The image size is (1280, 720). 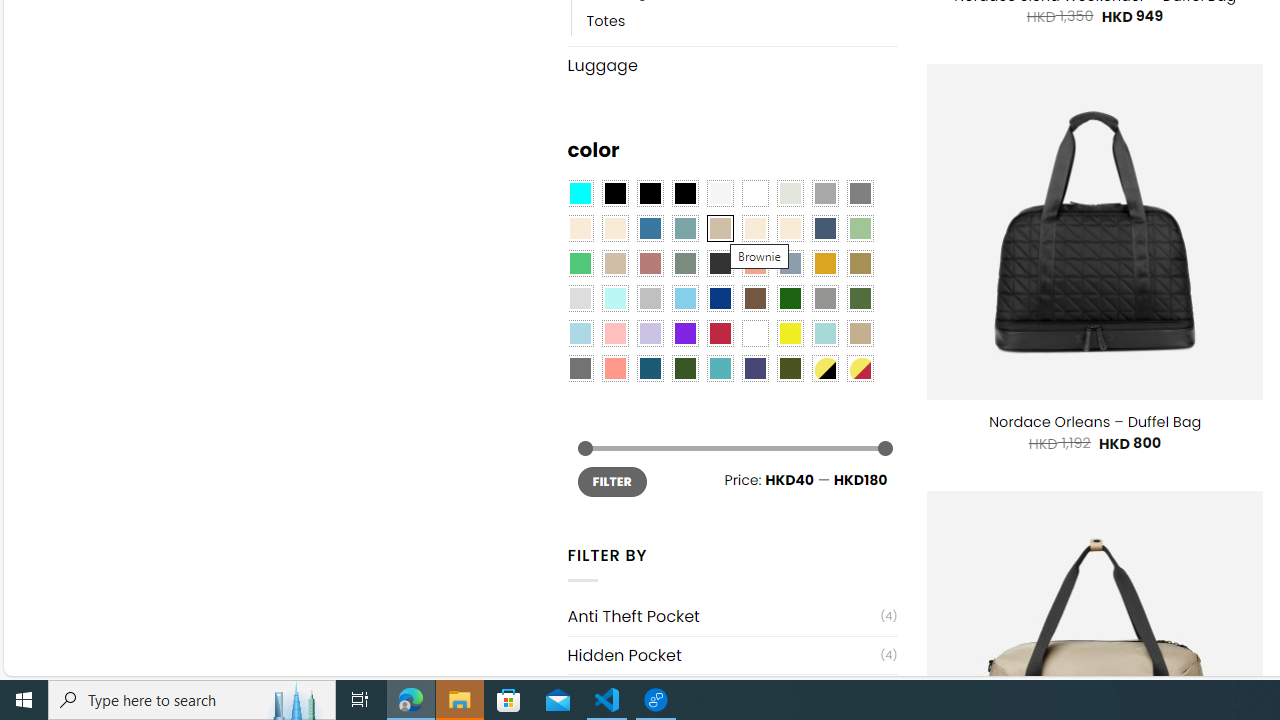 What do you see at coordinates (860, 194) in the screenshot?
I see `'All Gray'` at bounding box center [860, 194].